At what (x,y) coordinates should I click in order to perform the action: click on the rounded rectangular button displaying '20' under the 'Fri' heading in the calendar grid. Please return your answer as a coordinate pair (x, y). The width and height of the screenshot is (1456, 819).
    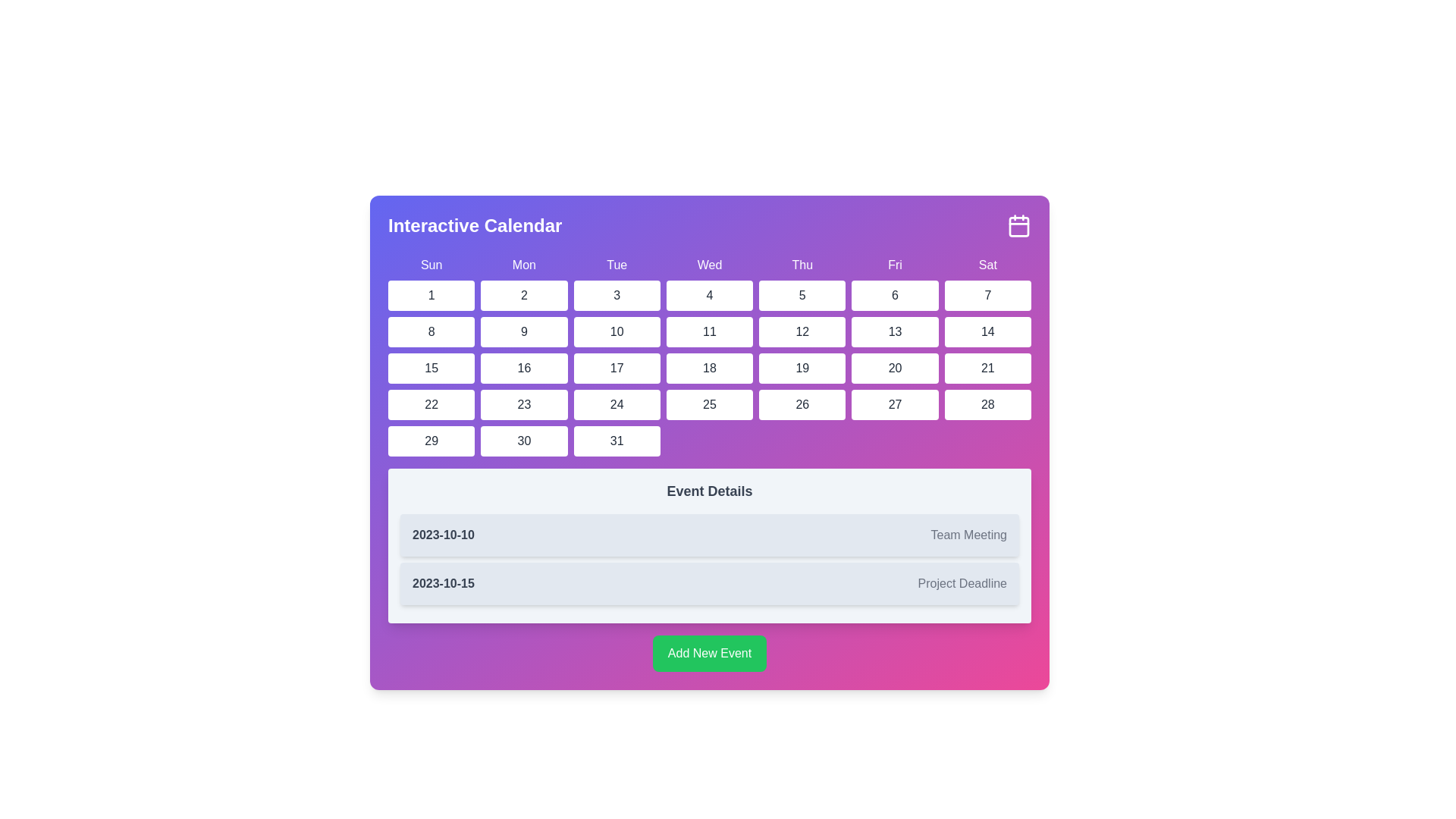
    Looking at the image, I should click on (895, 369).